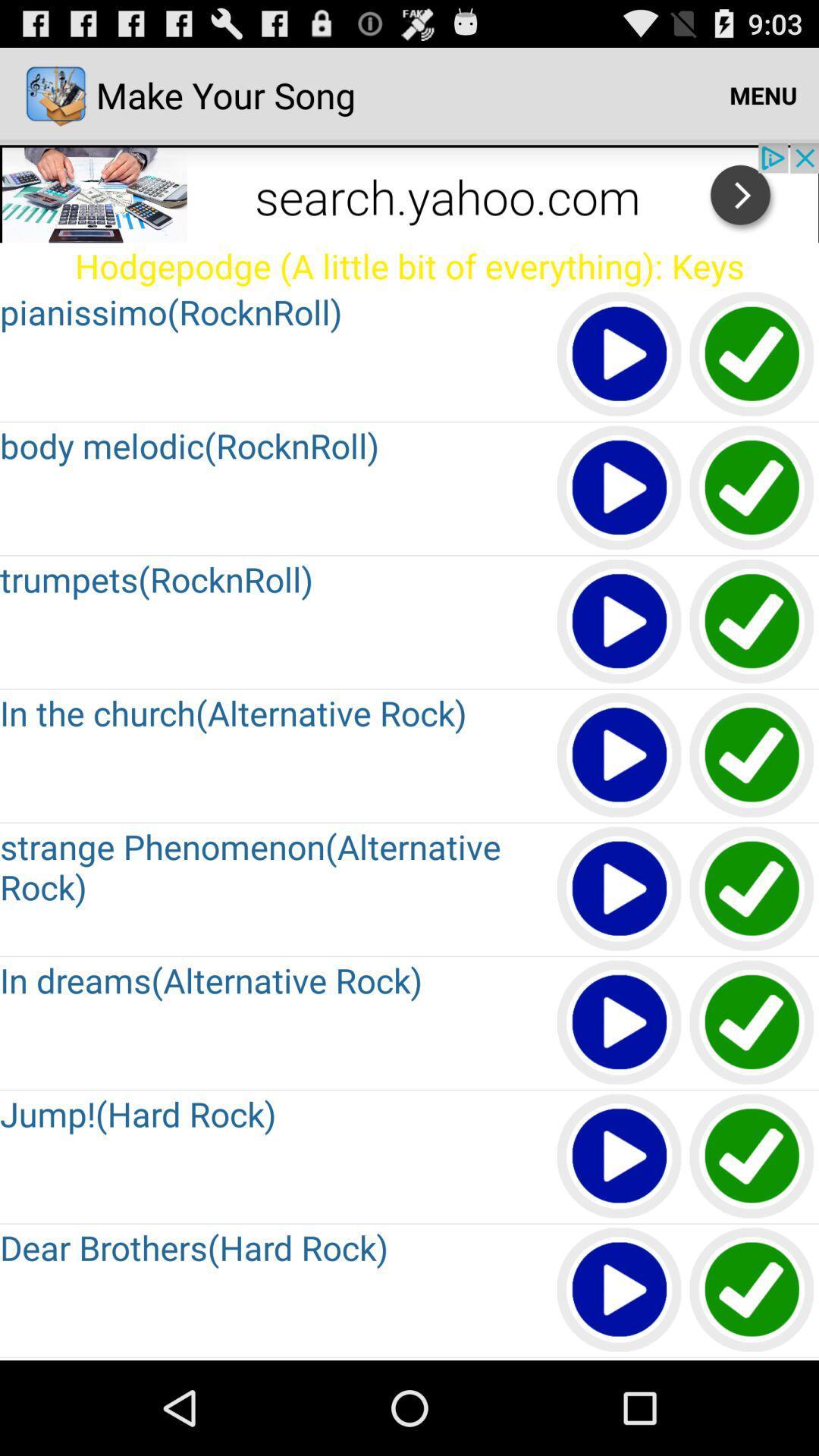 The image size is (819, 1456). I want to click on check button, so click(752, 1023).